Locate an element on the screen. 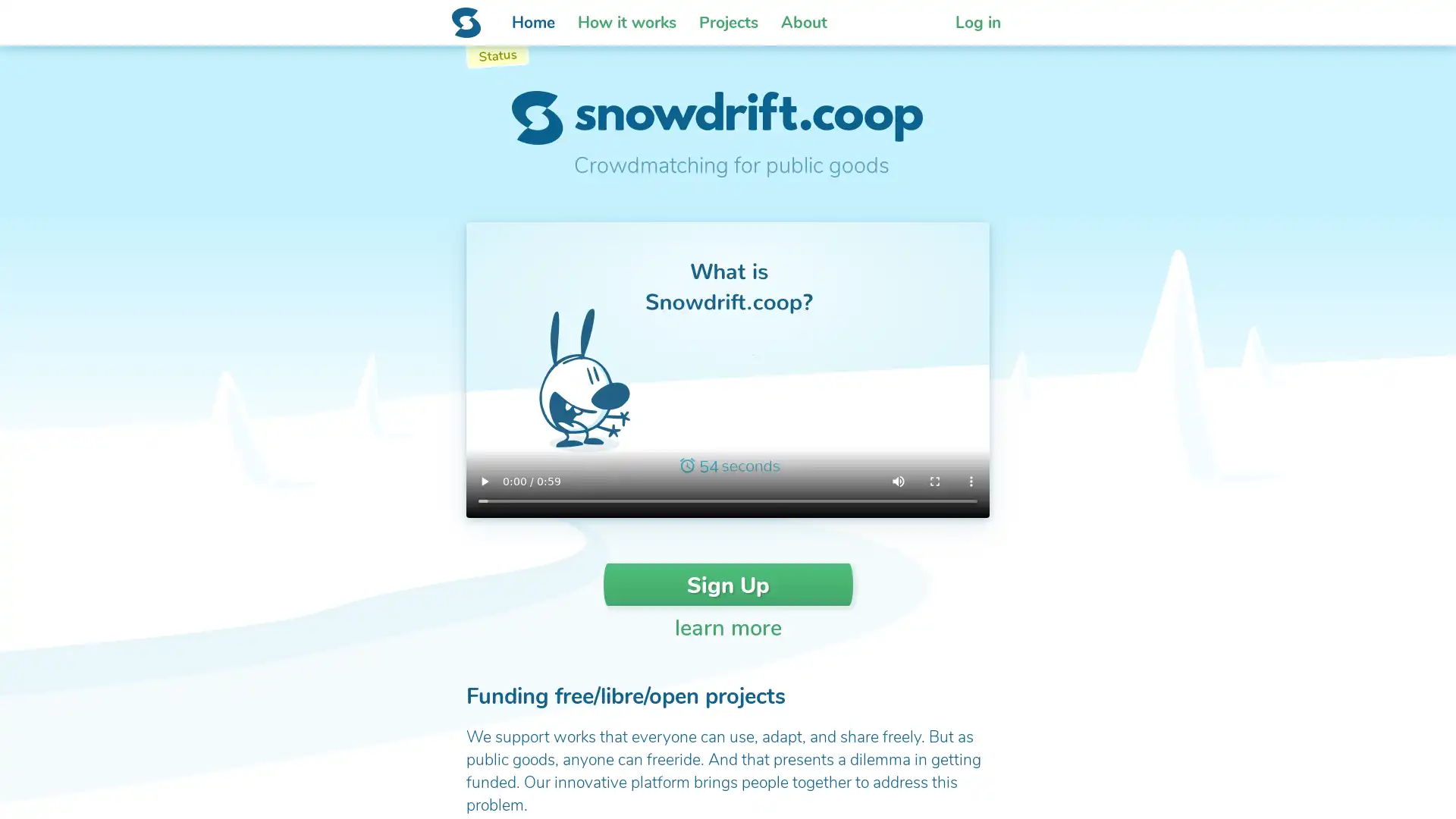  show more media controls is located at coordinates (971, 482).